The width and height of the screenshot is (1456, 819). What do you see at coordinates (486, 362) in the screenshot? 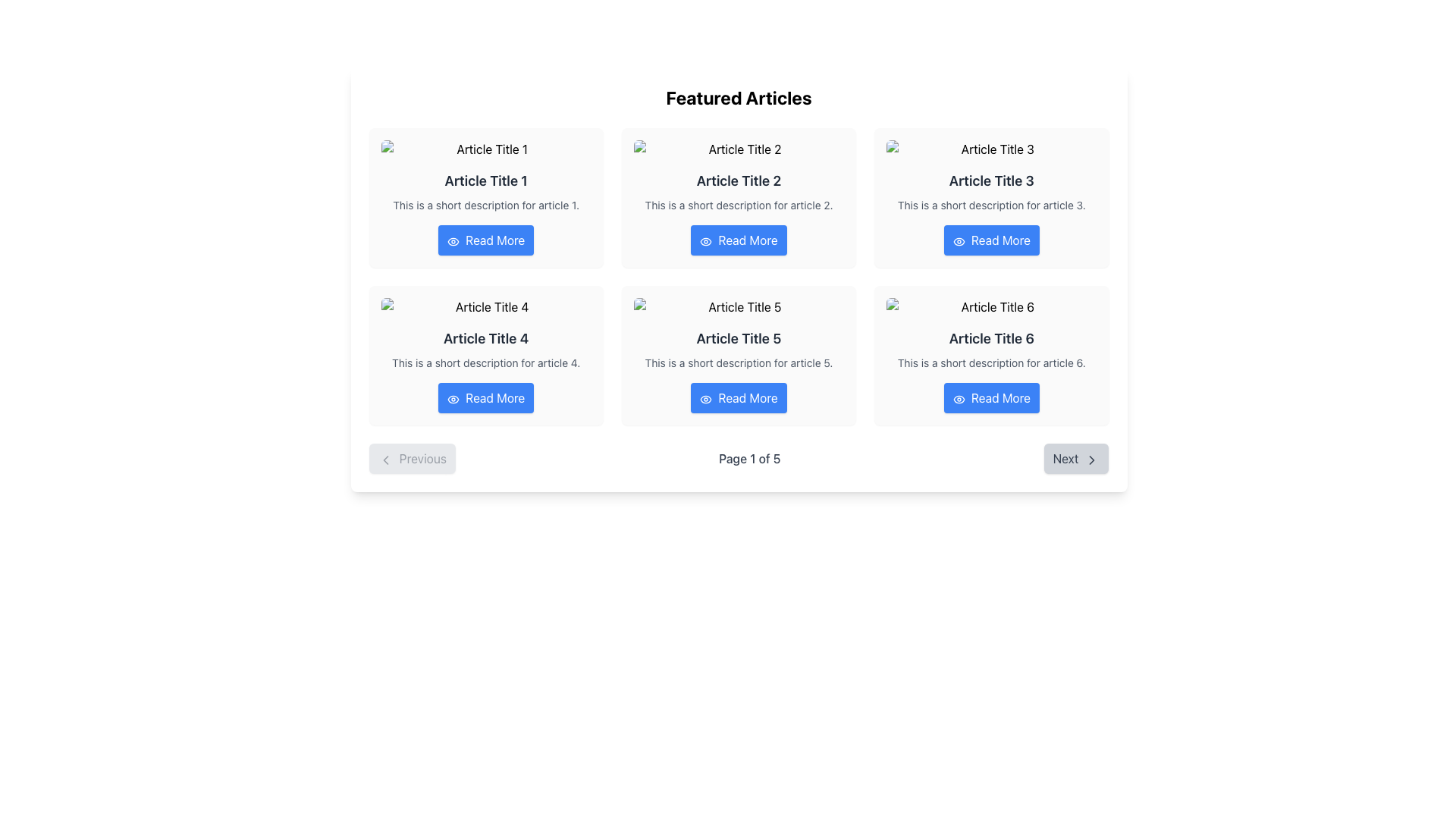
I see `the text block containing 'This is a short description for article 4.' for accessibility` at bounding box center [486, 362].